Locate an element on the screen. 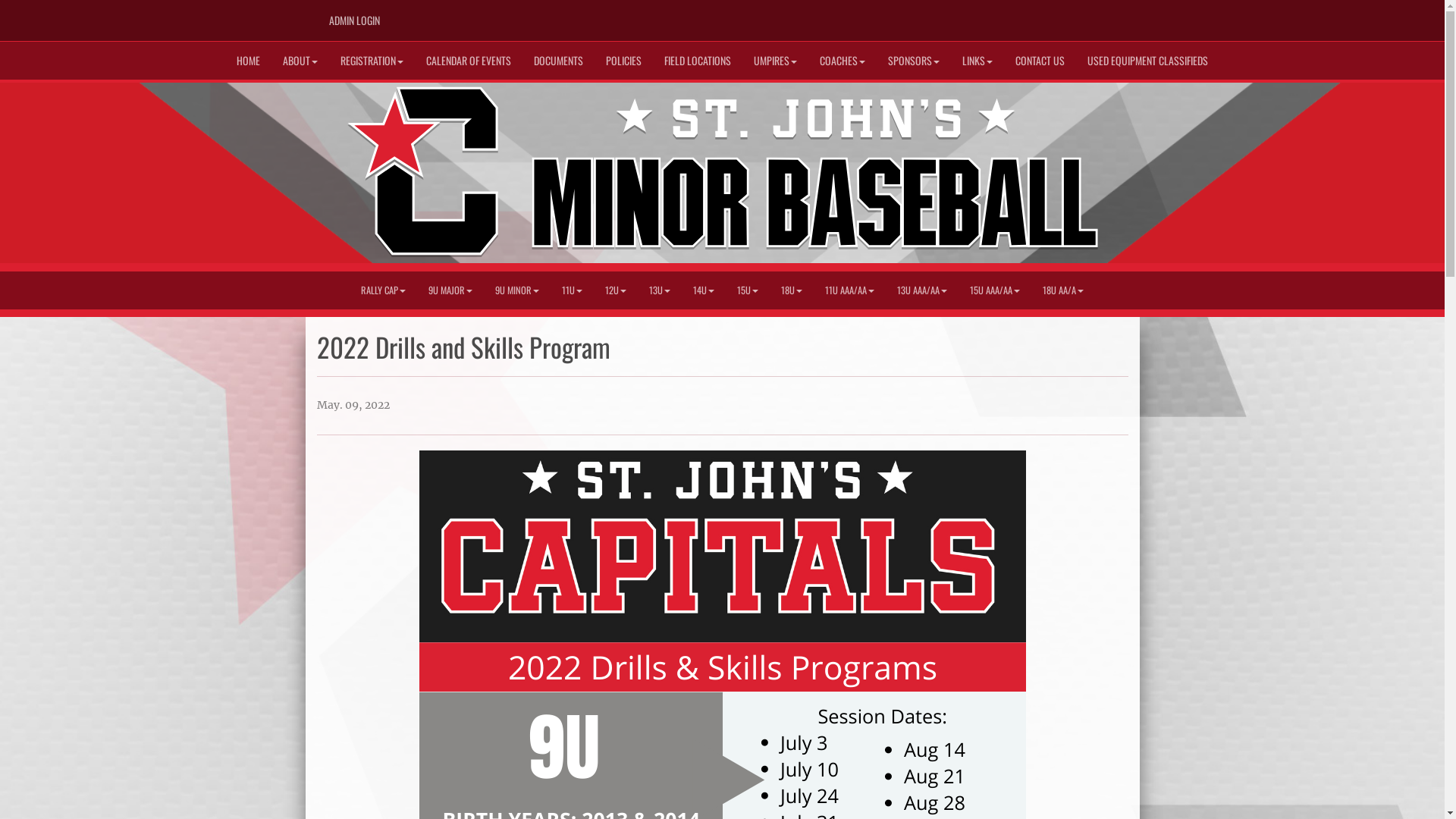 This screenshot has height=819, width=1456. 'FIELD LOCATIONS' is located at coordinates (697, 60).